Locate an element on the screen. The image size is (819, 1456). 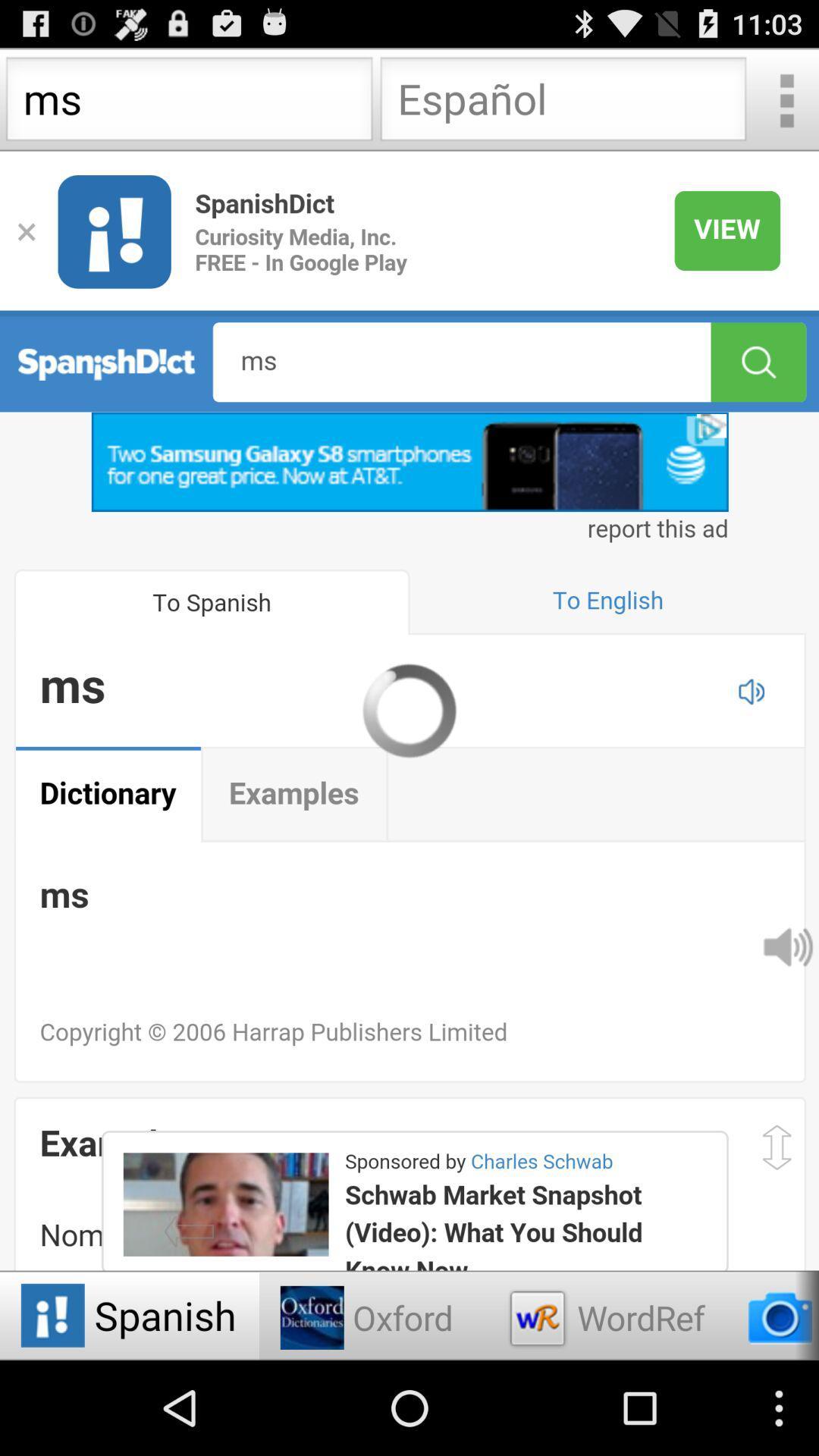
the volume icon is located at coordinates (786, 1012).